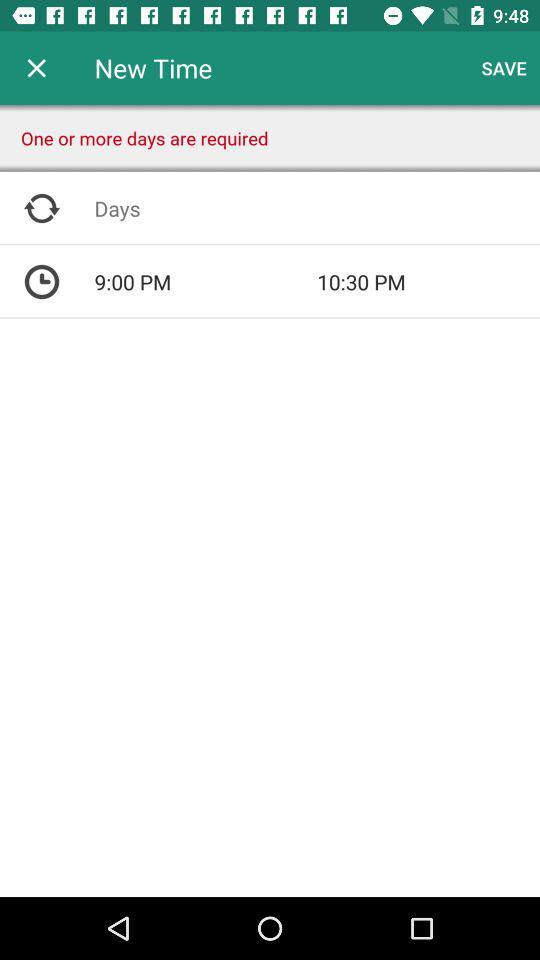 Image resolution: width=540 pixels, height=960 pixels. What do you see at coordinates (427, 281) in the screenshot?
I see `10:30 pm icon` at bounding box center [427, 281].